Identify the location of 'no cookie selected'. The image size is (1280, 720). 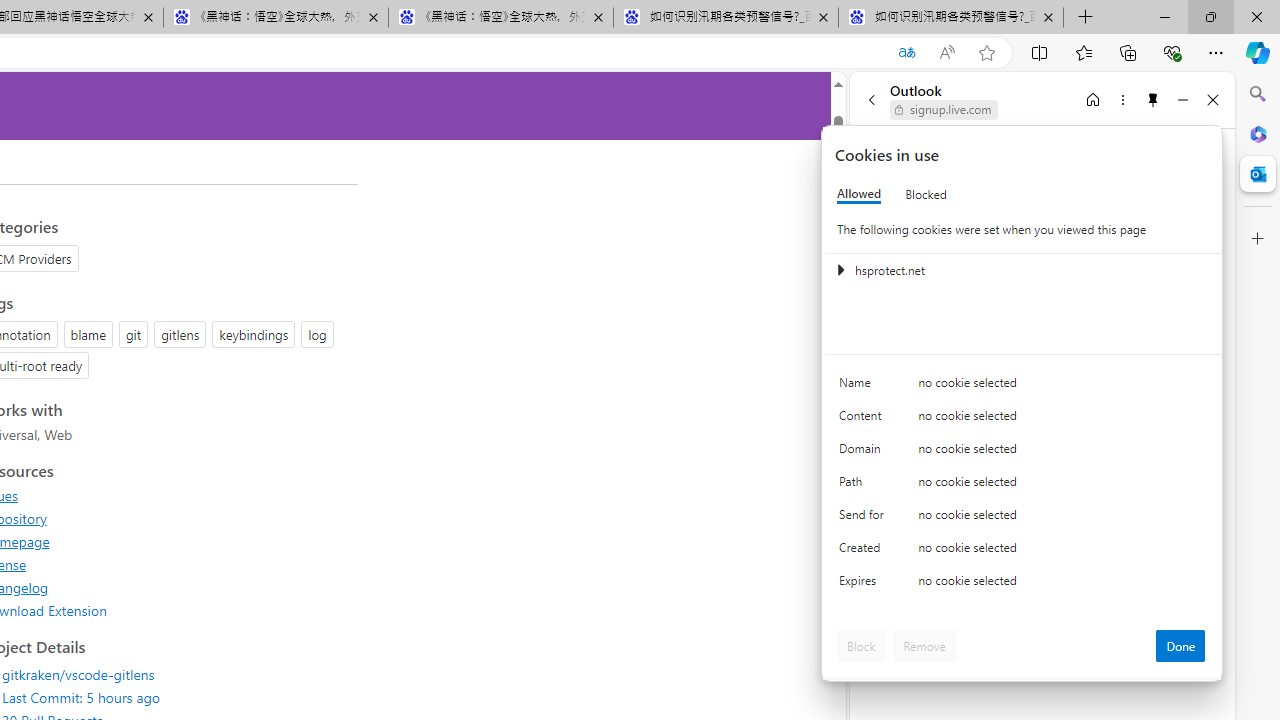
(1061, 585).